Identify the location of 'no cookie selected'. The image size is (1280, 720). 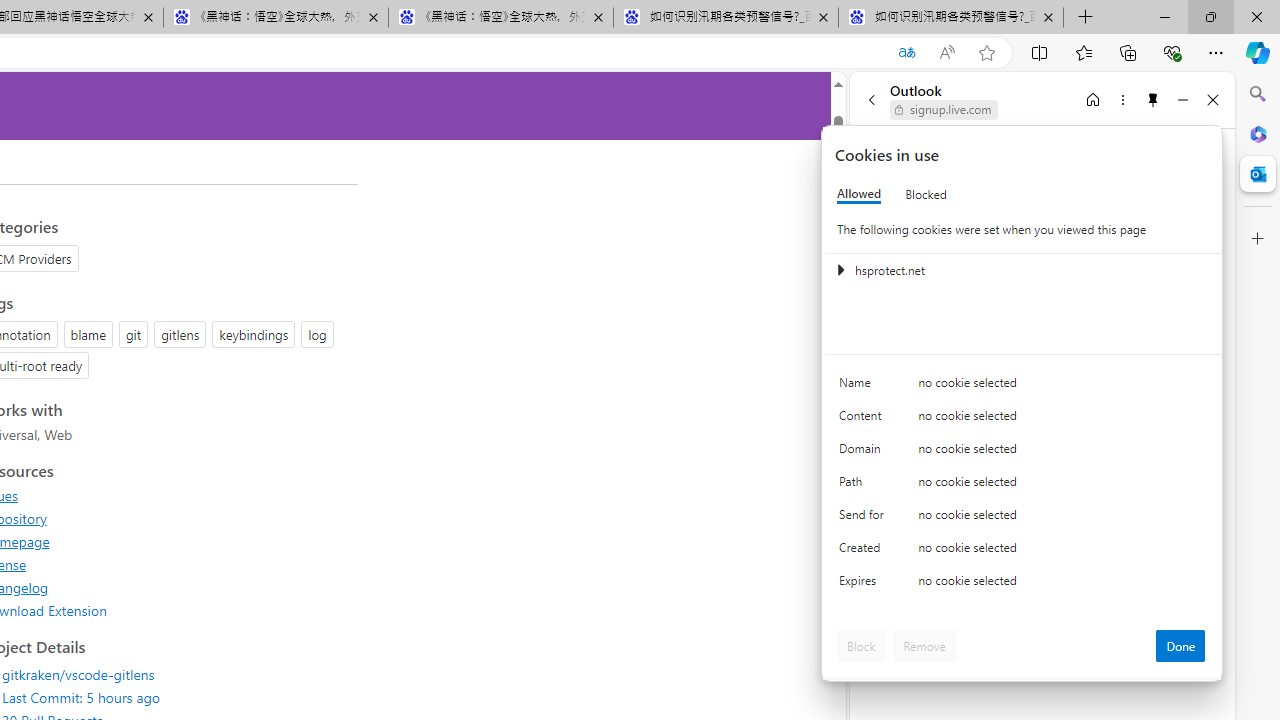
(1061, 585).